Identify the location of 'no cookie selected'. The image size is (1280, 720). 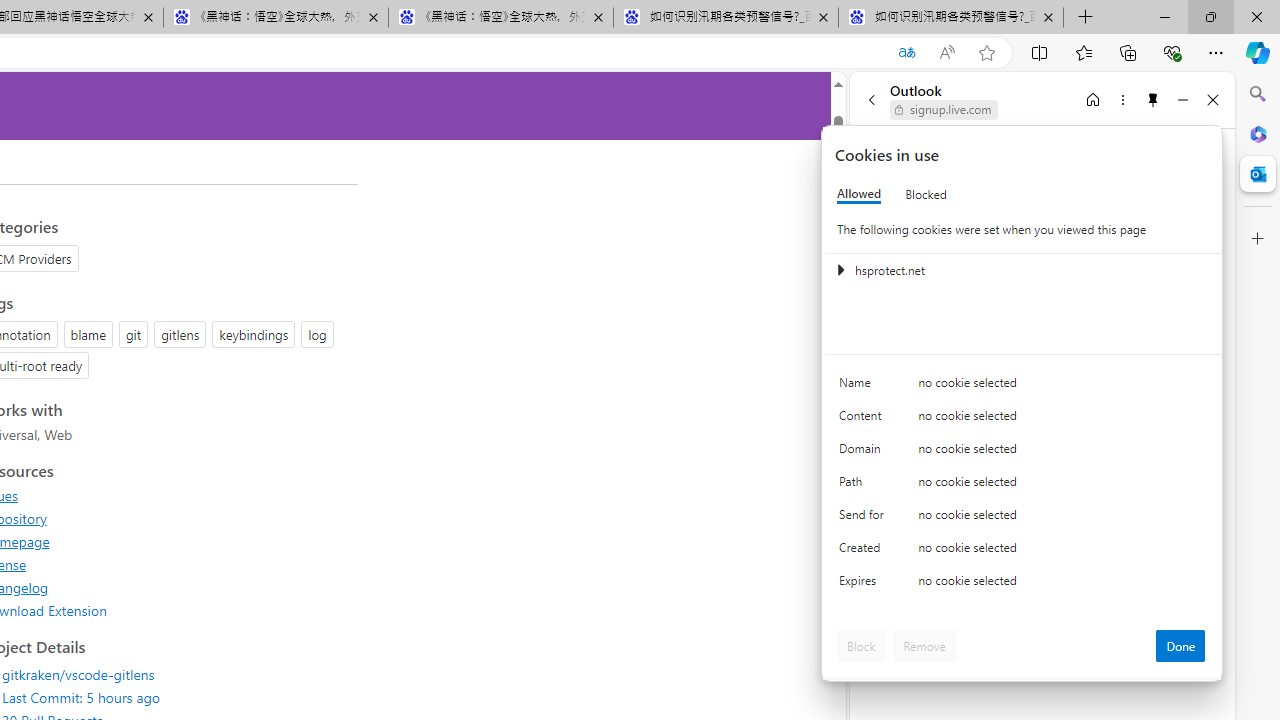
(1061, 585).